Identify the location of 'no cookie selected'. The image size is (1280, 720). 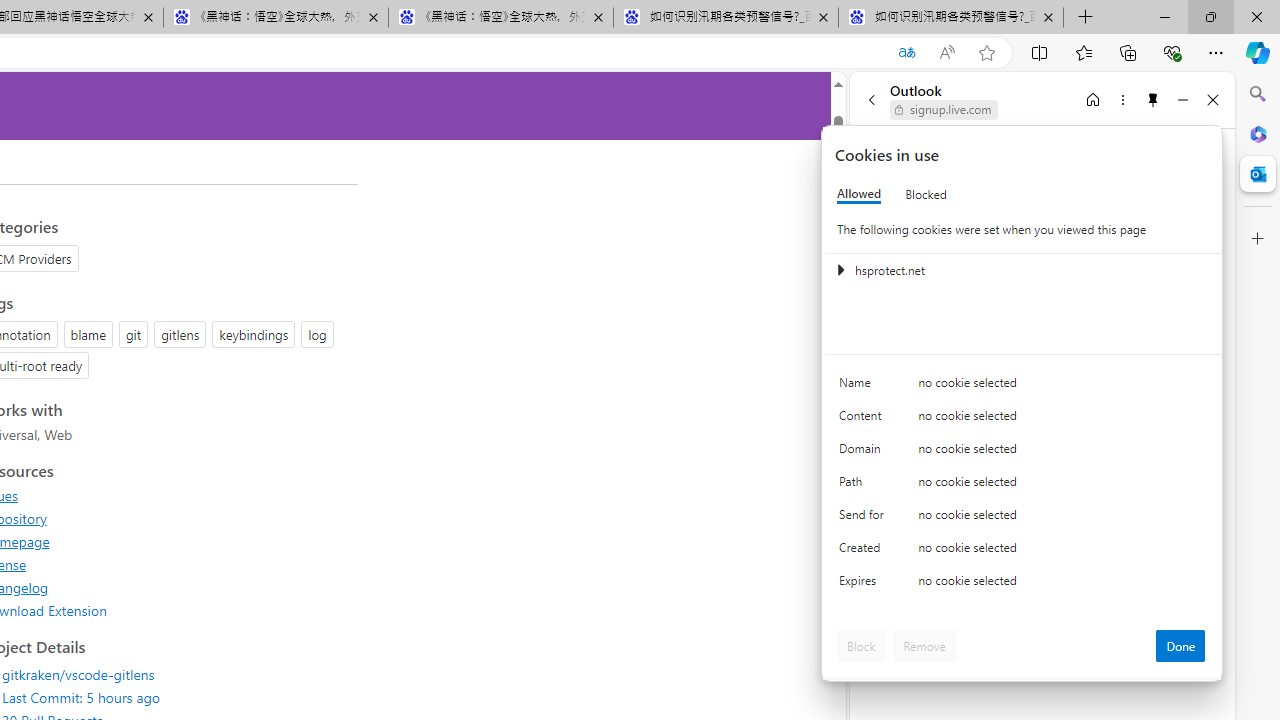
(1061, 585).